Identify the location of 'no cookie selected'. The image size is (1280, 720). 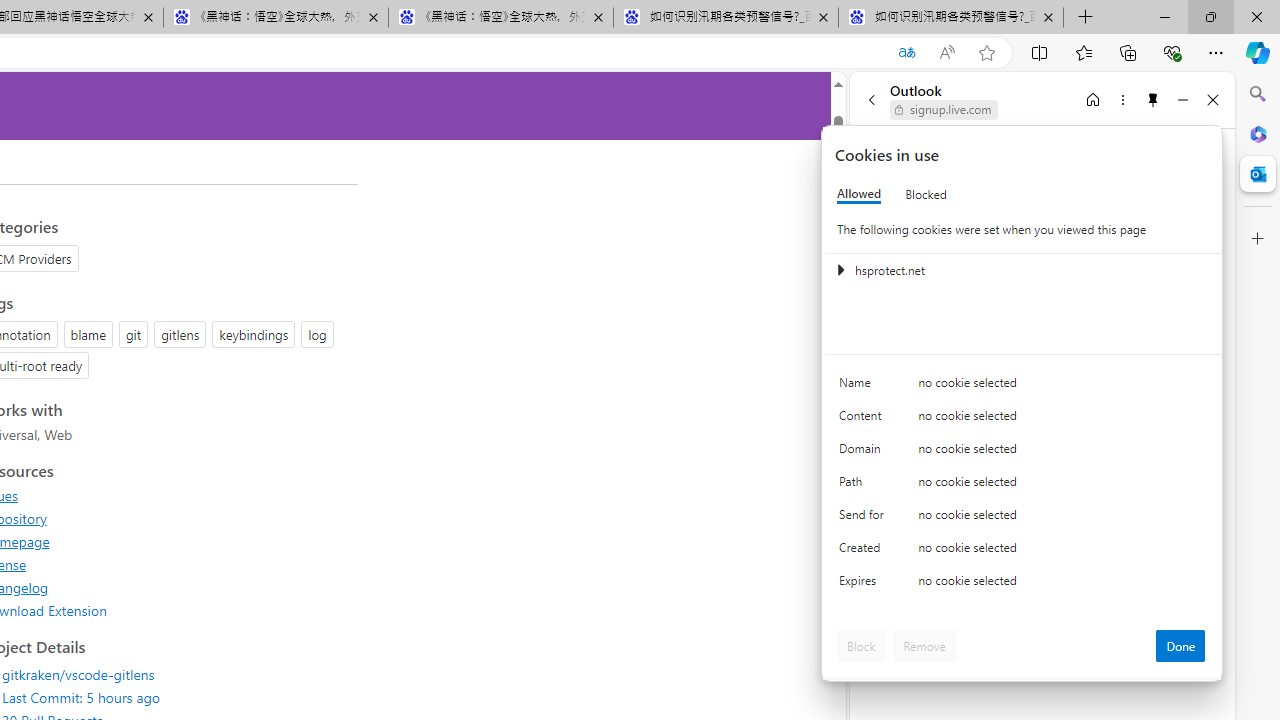
(1061, 585).